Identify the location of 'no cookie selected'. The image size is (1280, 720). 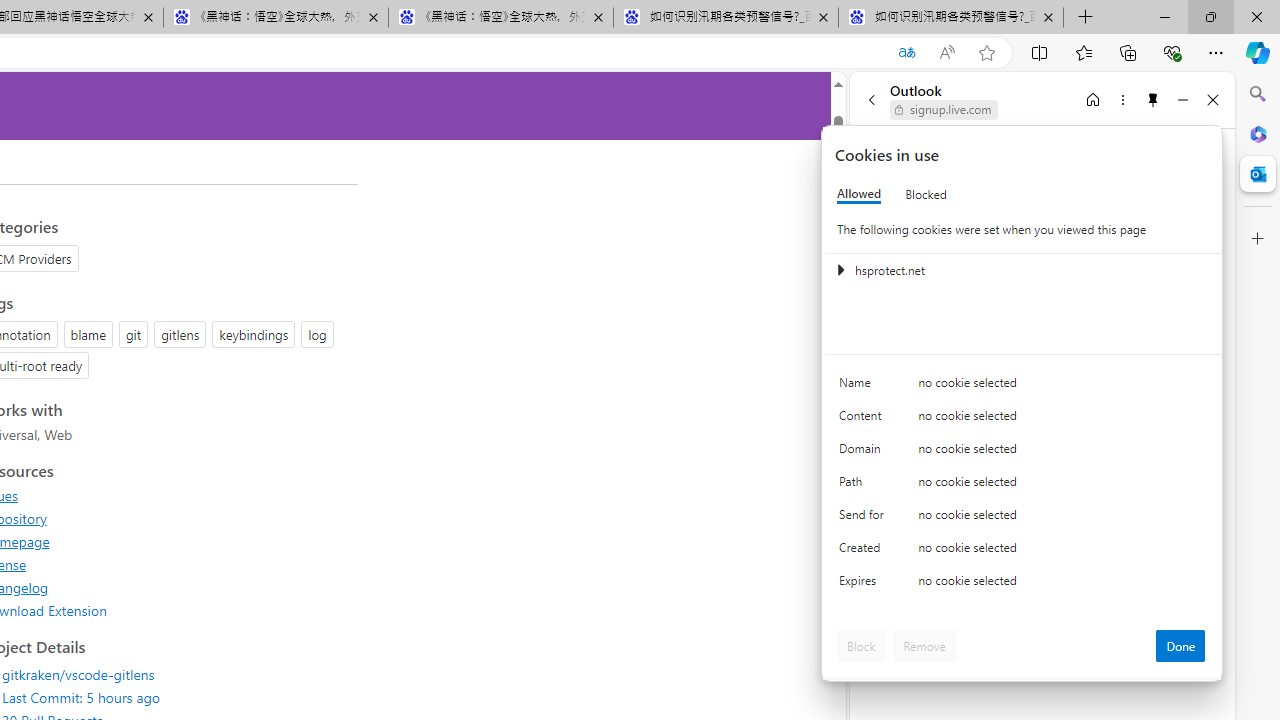
(1061, 585).